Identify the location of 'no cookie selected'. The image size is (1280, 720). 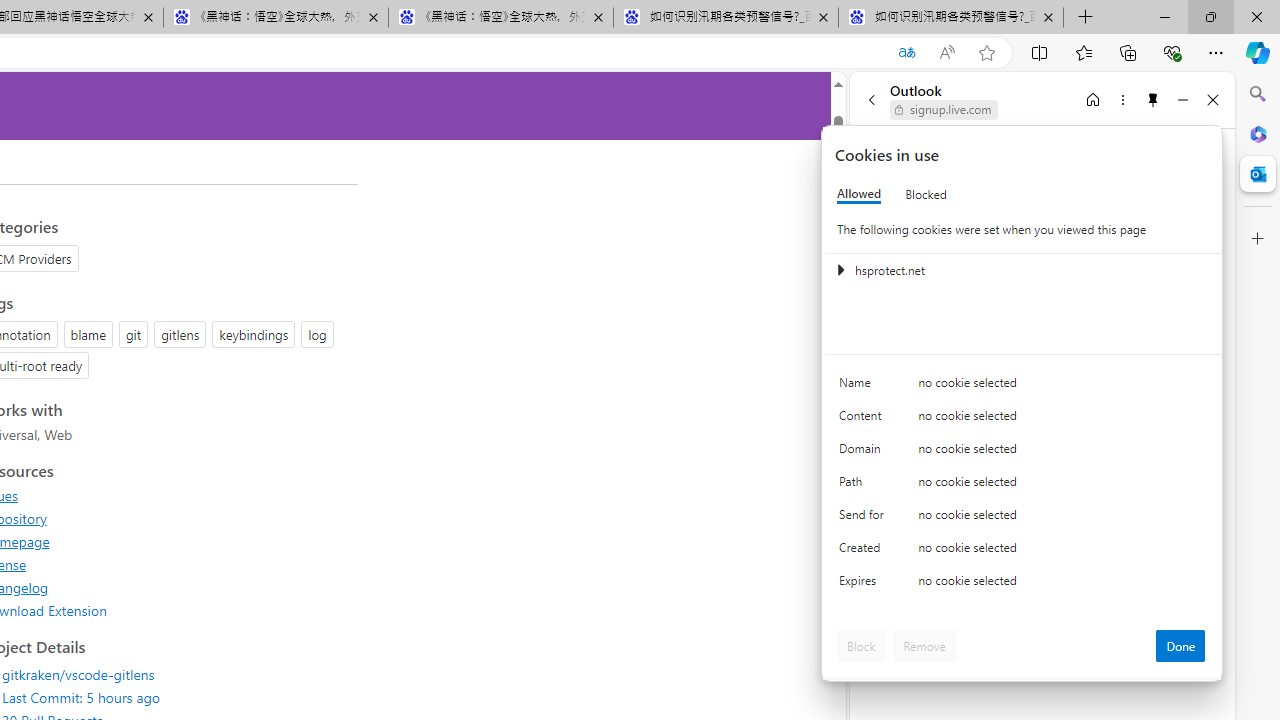
(1061, 585).